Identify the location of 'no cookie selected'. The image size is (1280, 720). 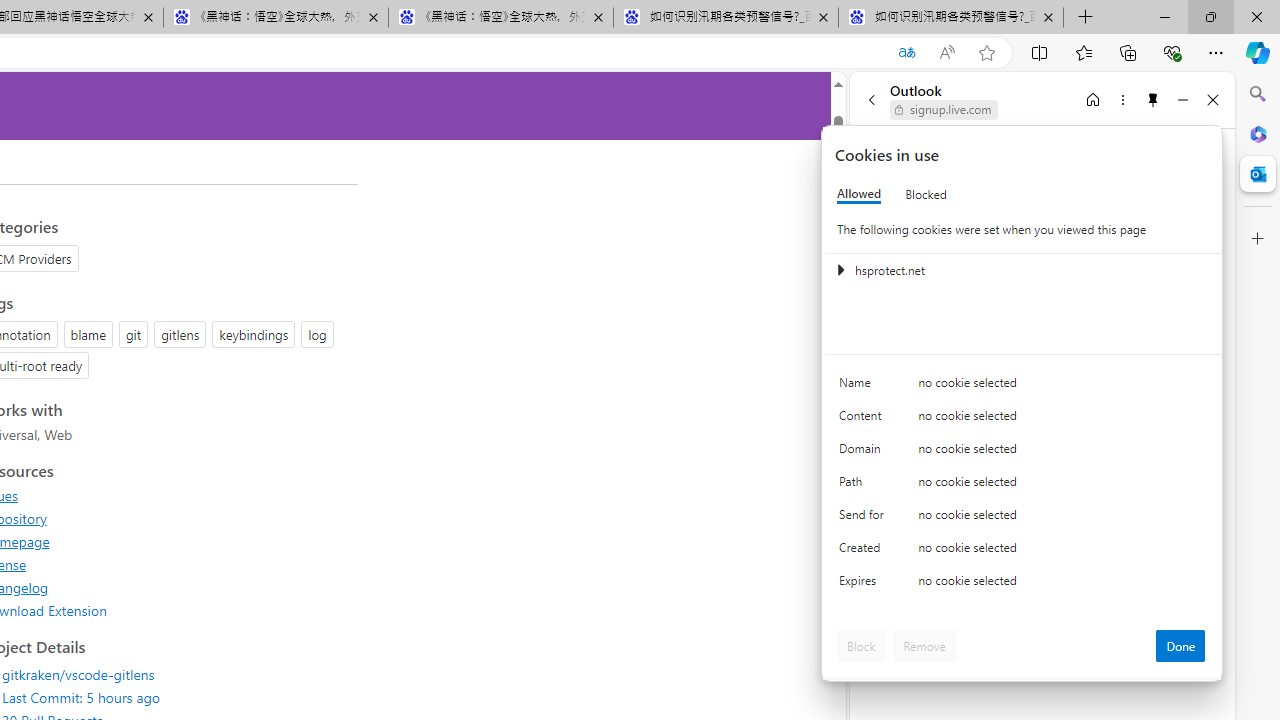
(1061, 585).